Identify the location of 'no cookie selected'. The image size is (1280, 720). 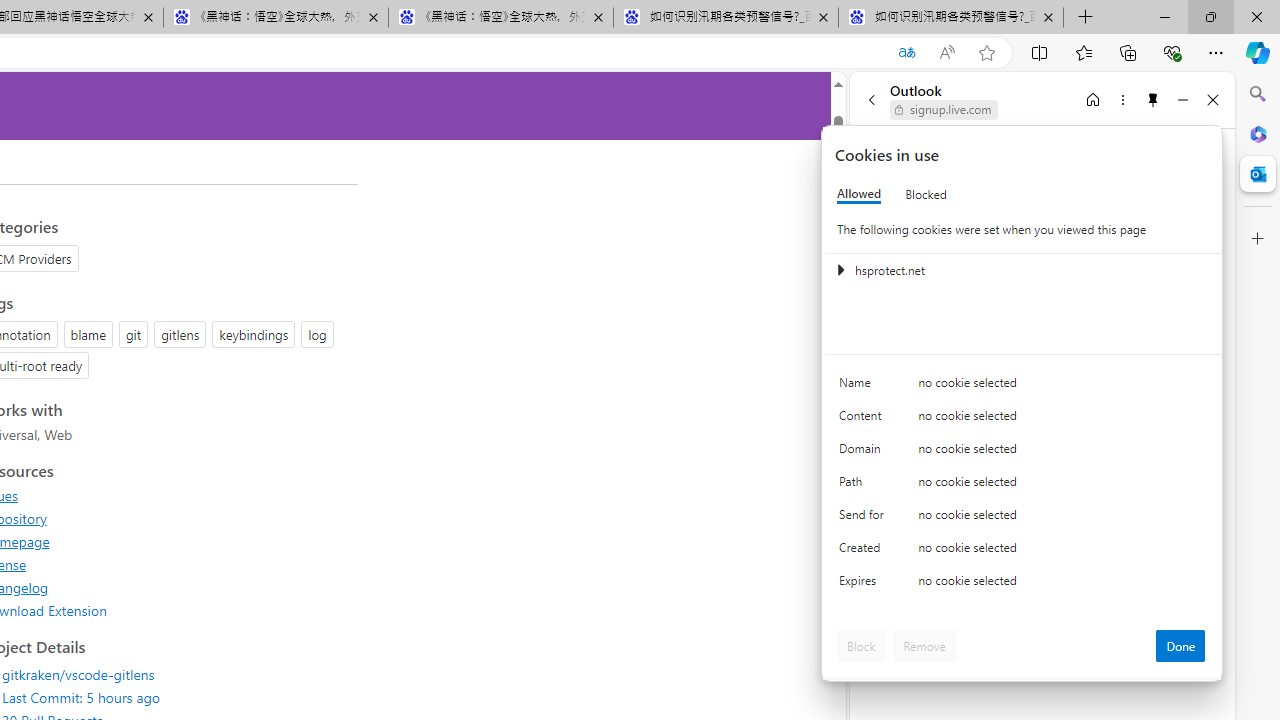
(1061, 585).